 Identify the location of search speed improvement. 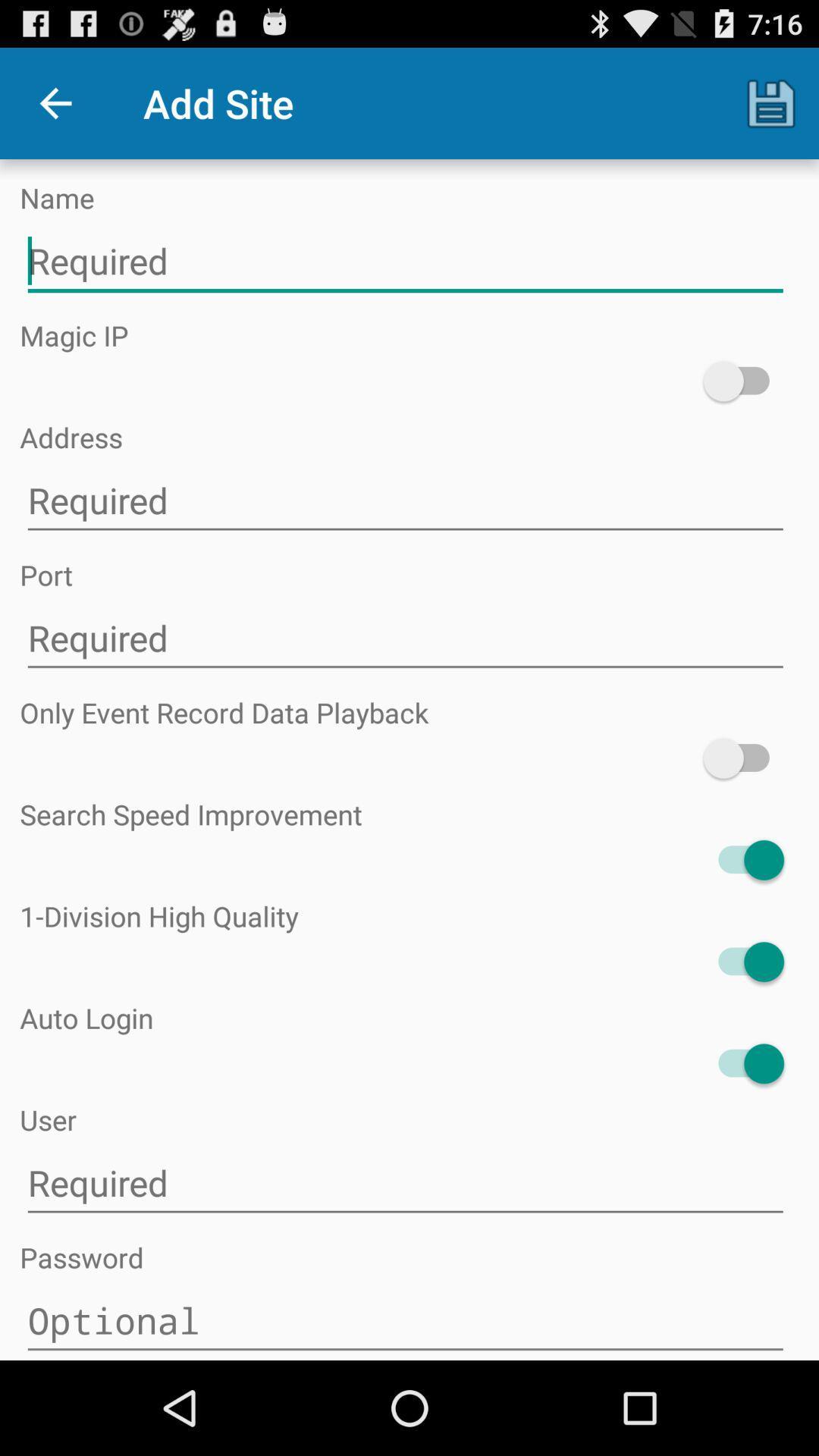
(742, 860).